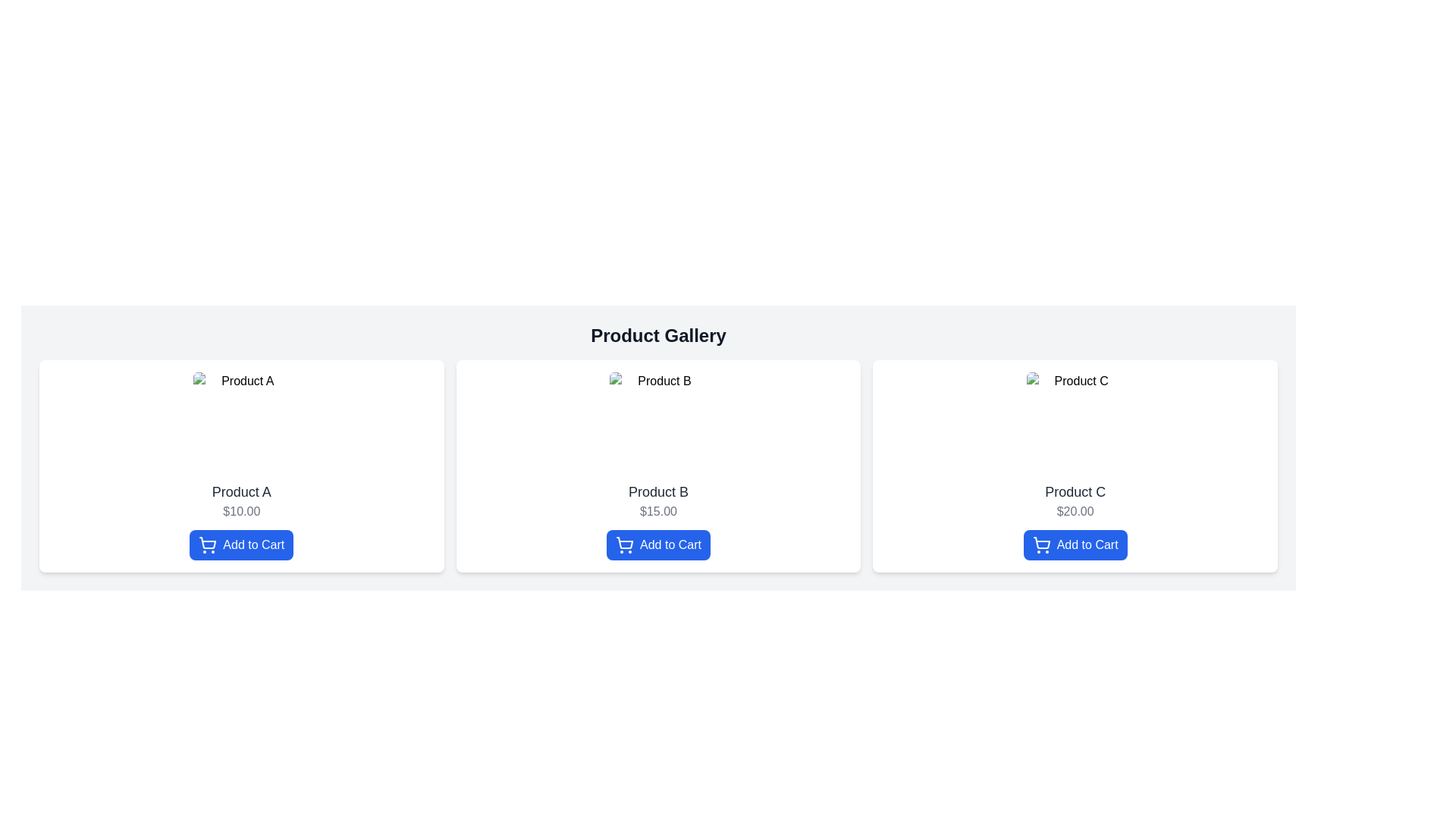 The image size is (1456, 819). I want to click on text from the text label displaying 'Product A' in bold dark gray font, located centrally within the first product card above the price label '$10.00', so click(240, 491).